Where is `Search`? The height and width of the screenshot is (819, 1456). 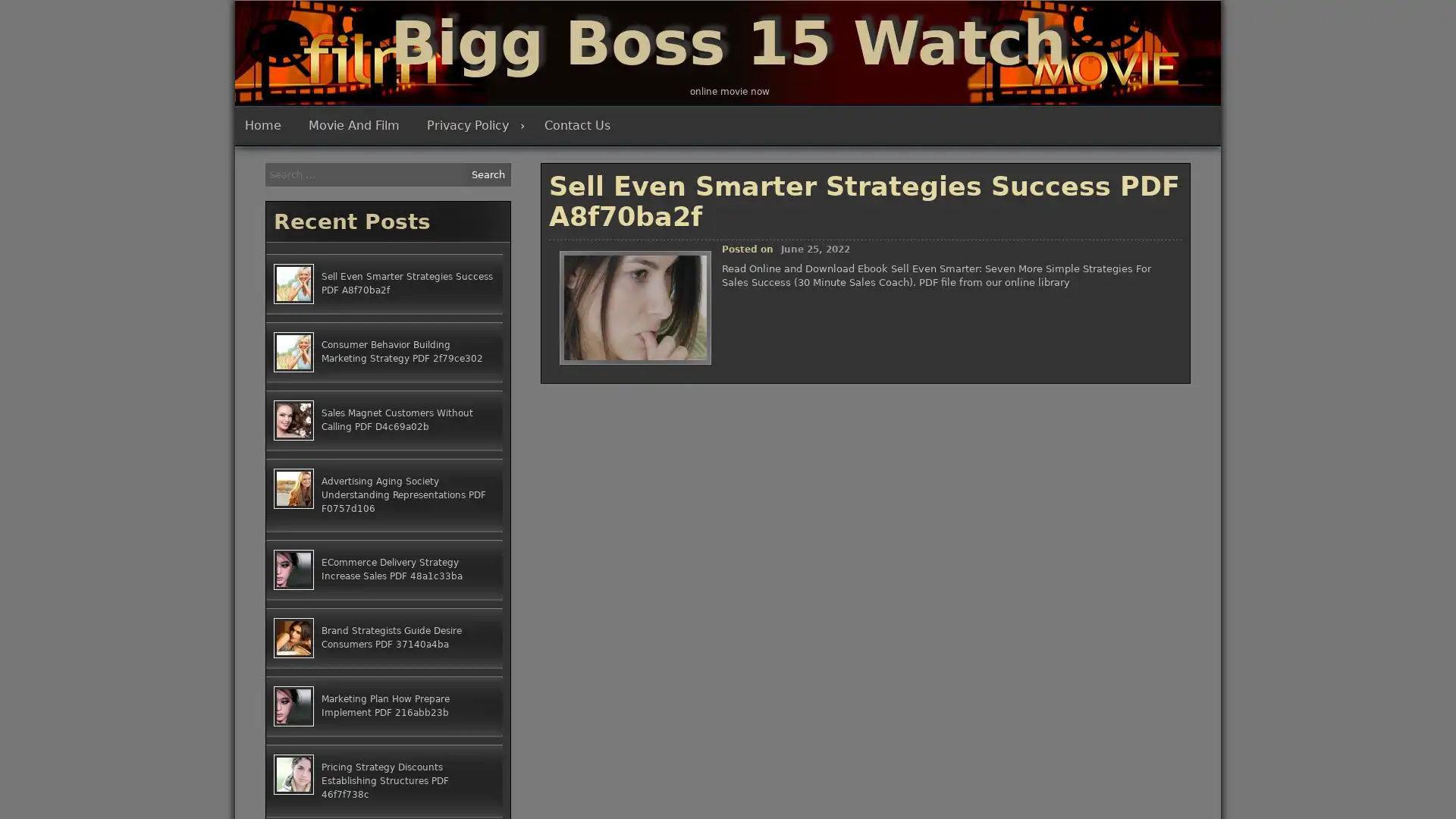 Search is located at coordinates (488, 174).